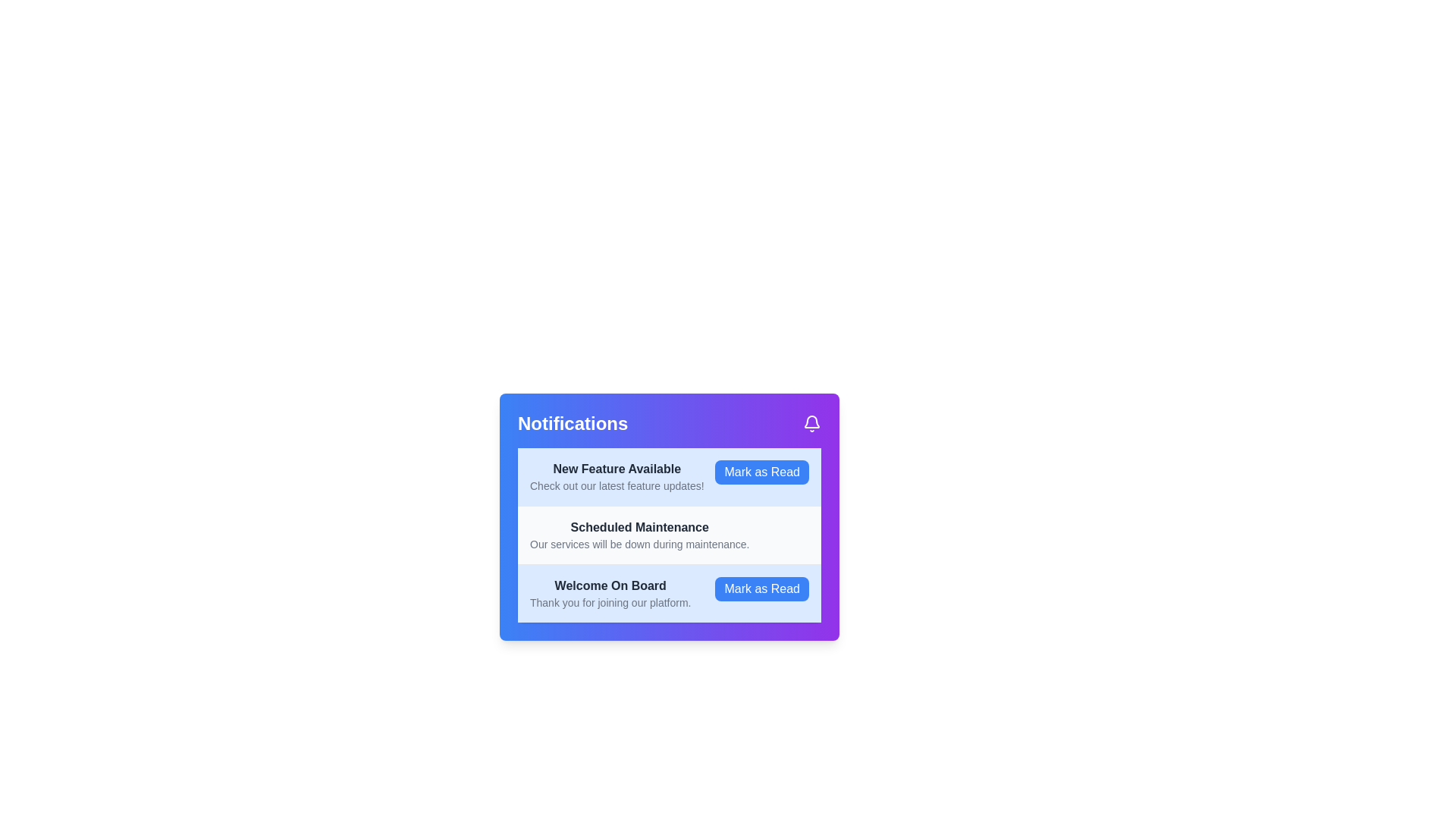 The image size is (1456, 819). Describe the element at coordinates (610, 585) in the screenshot. I see `the text element saying 'Welcome On Board' which is styled with a bold font weight and dark gray color, located in the notification card` at that location.